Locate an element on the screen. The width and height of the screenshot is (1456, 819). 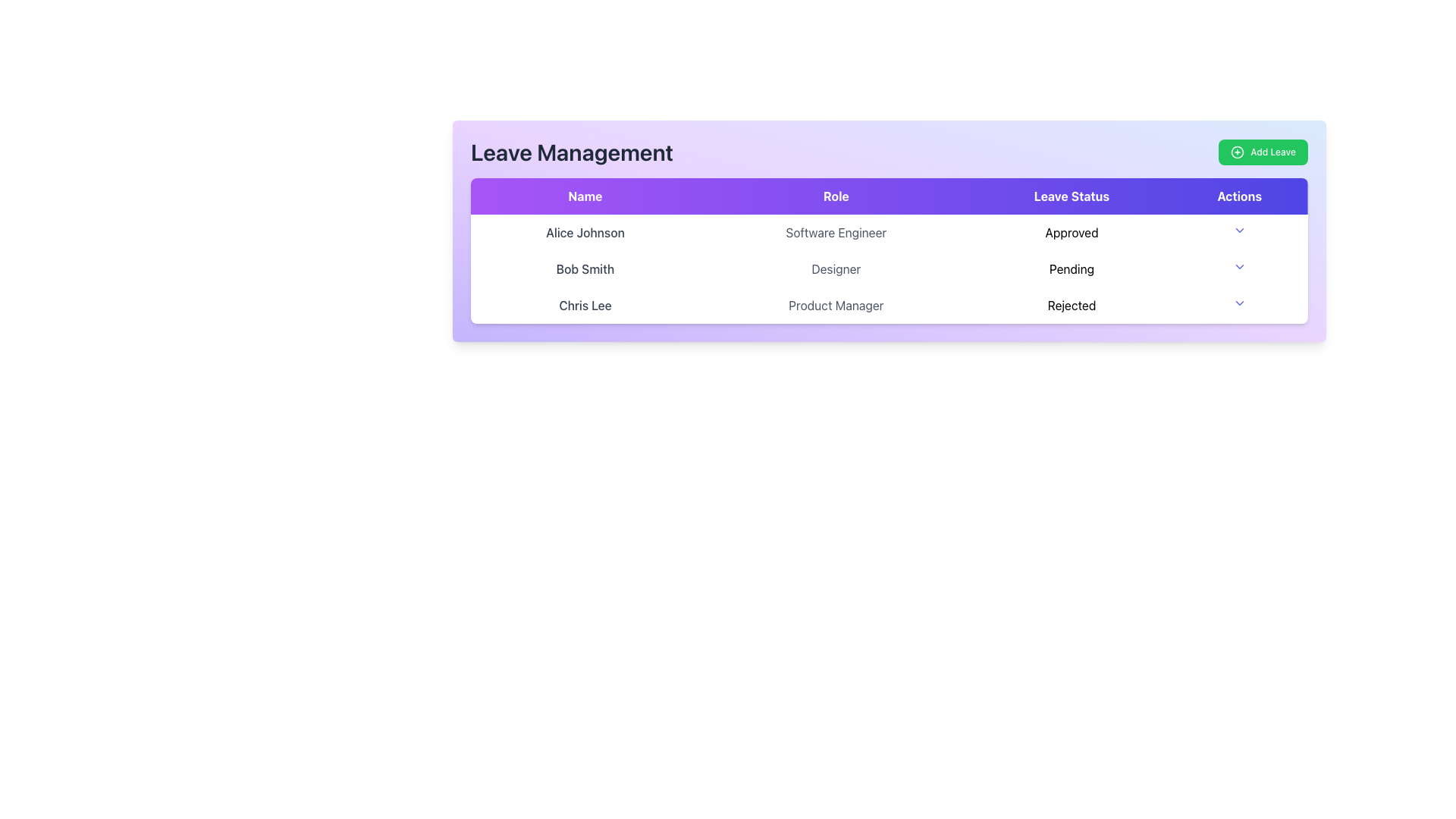
the text label displaying 'Leave Management', which is a bold, large font in dark gray, located at the top left of its section with a light purple background is located at coordinates (571, 152).